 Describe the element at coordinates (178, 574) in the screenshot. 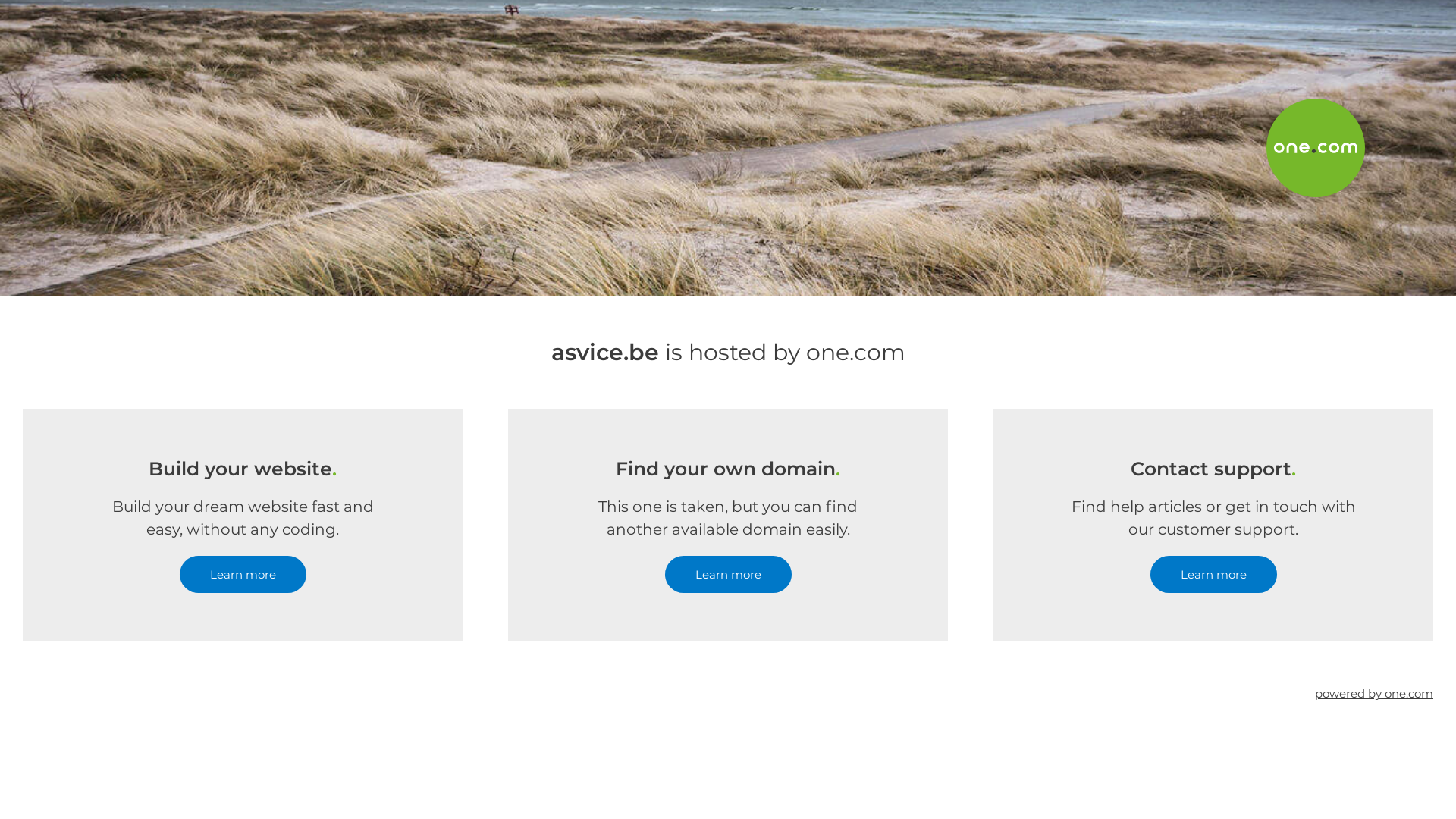

I see `'Learn more'` at that location.